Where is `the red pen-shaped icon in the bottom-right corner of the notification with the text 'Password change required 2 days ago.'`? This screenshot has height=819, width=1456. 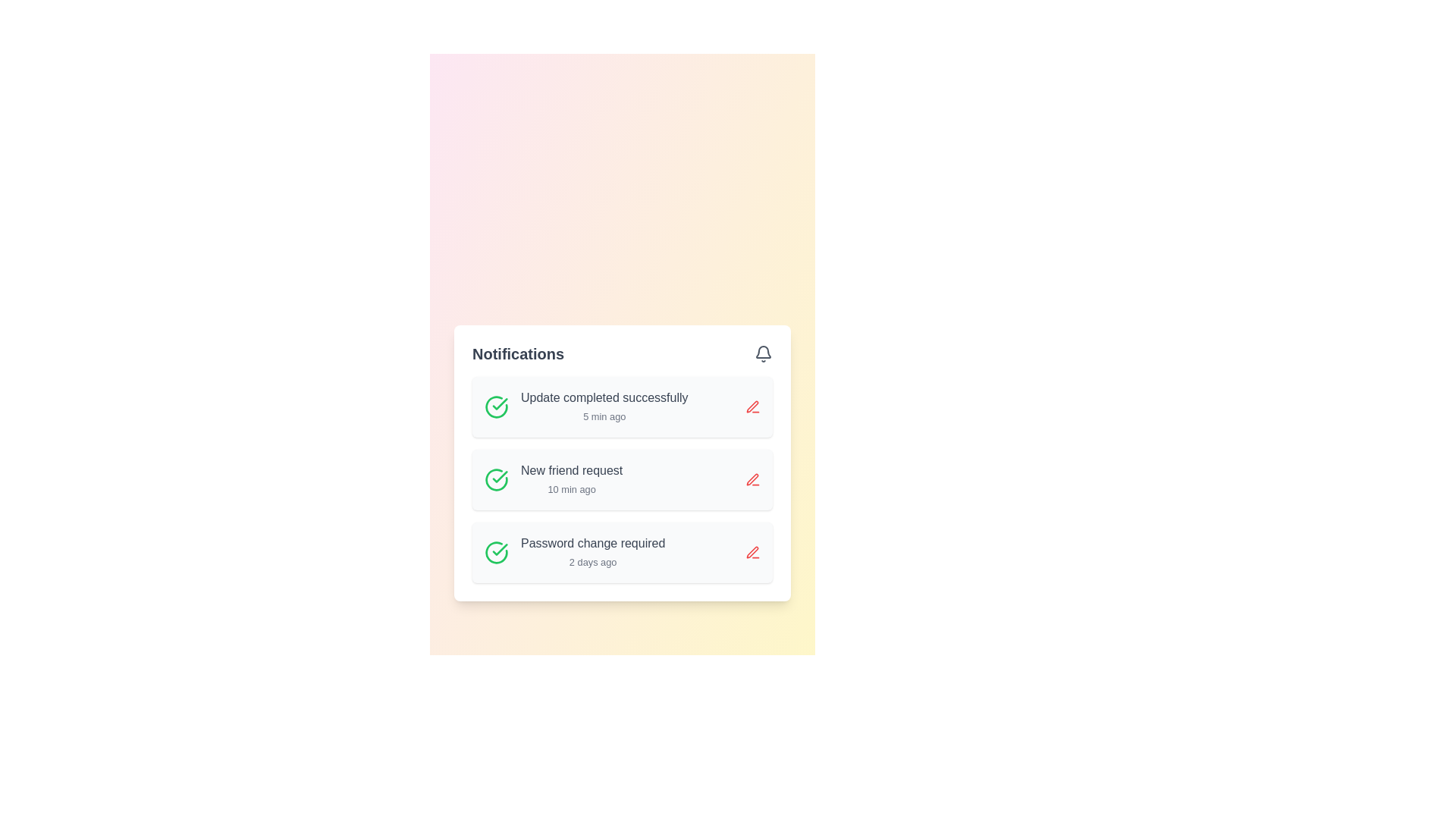
the red pen-shaped icon in the bottom-right corner of the notification with the text 'Password change required 2 days ago.' is located at coordinates (753, 553).